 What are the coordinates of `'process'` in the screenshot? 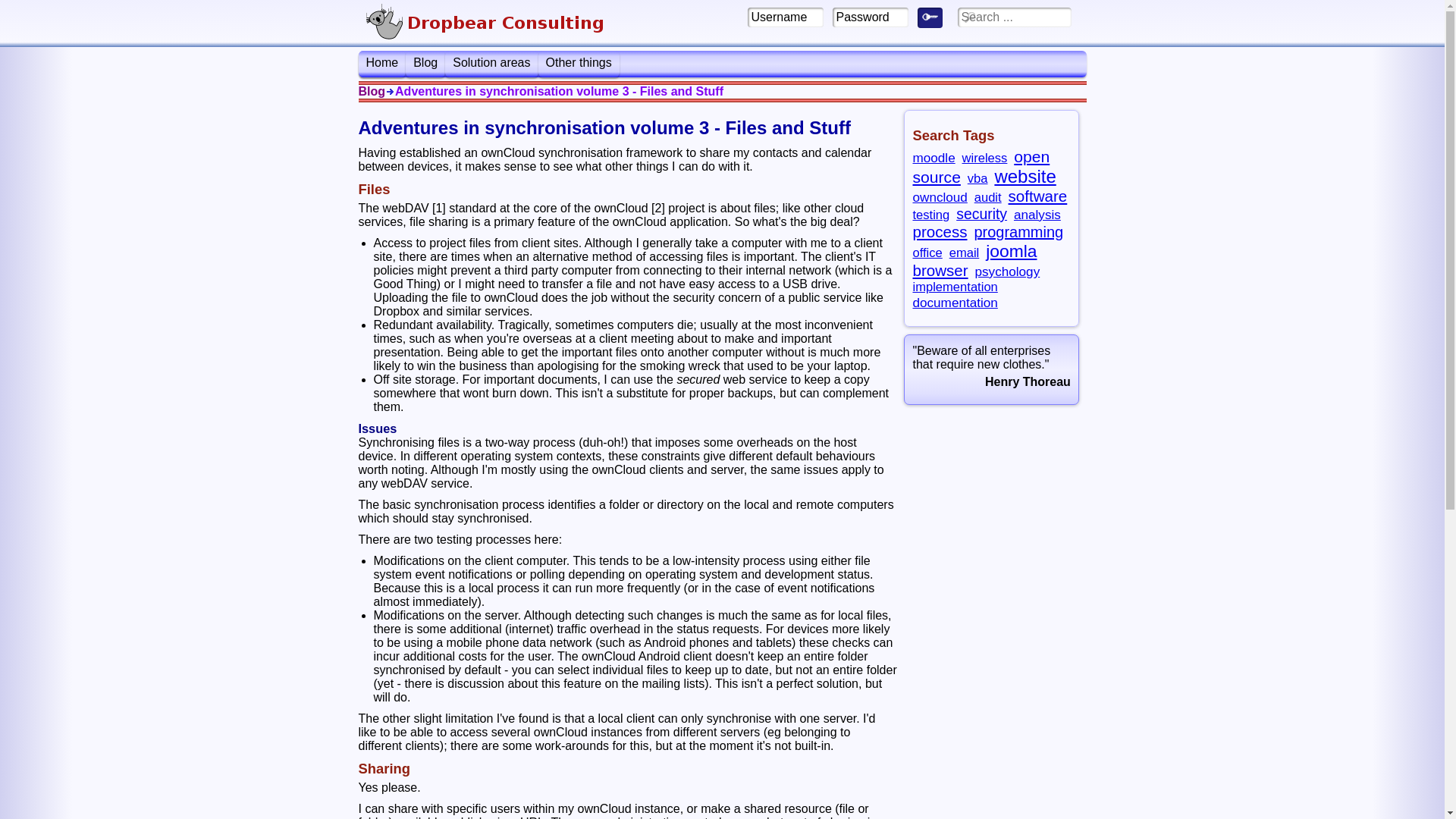 It's located at (938, 231).